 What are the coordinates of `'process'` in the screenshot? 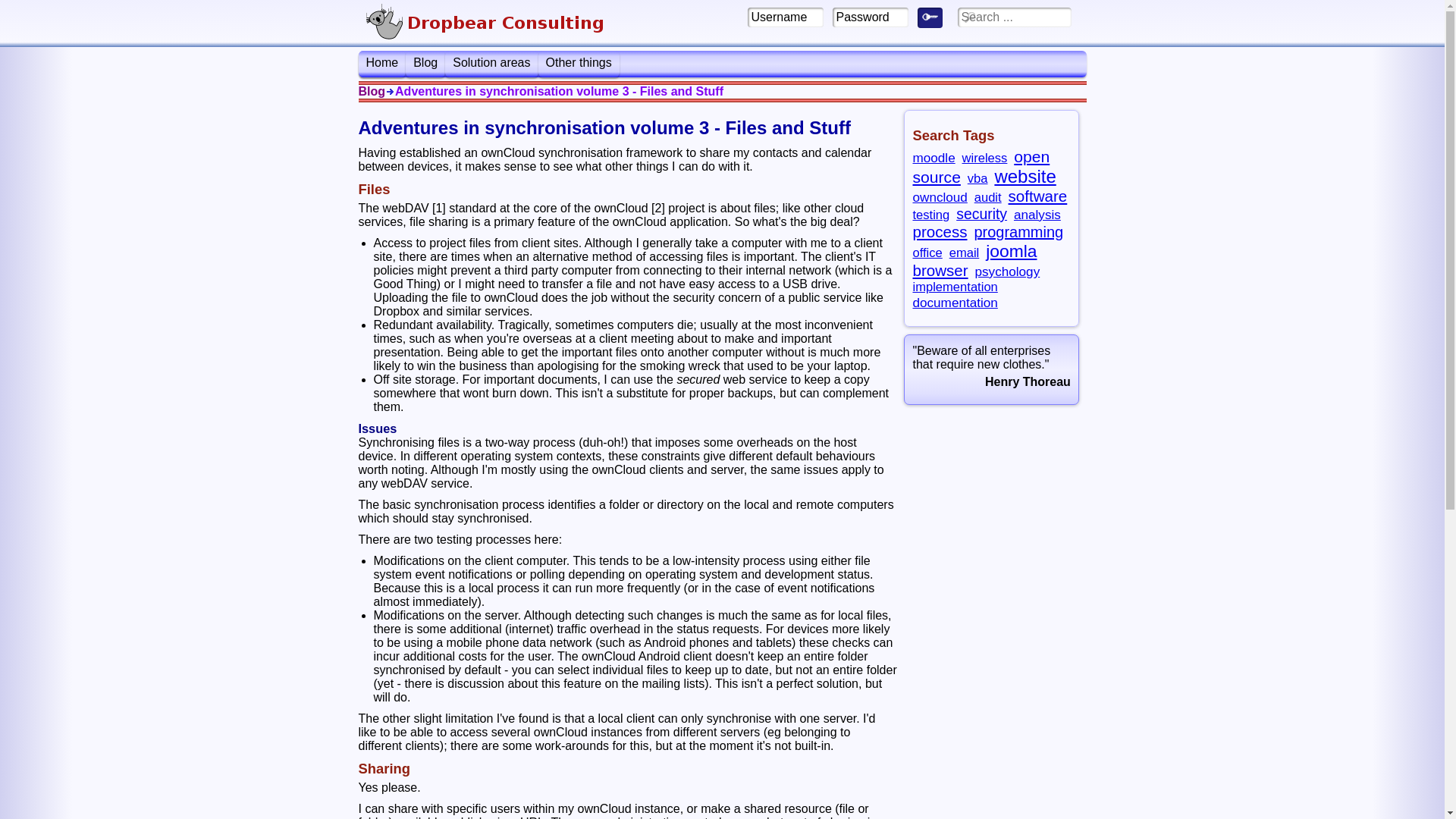 It's located at (938, 231).